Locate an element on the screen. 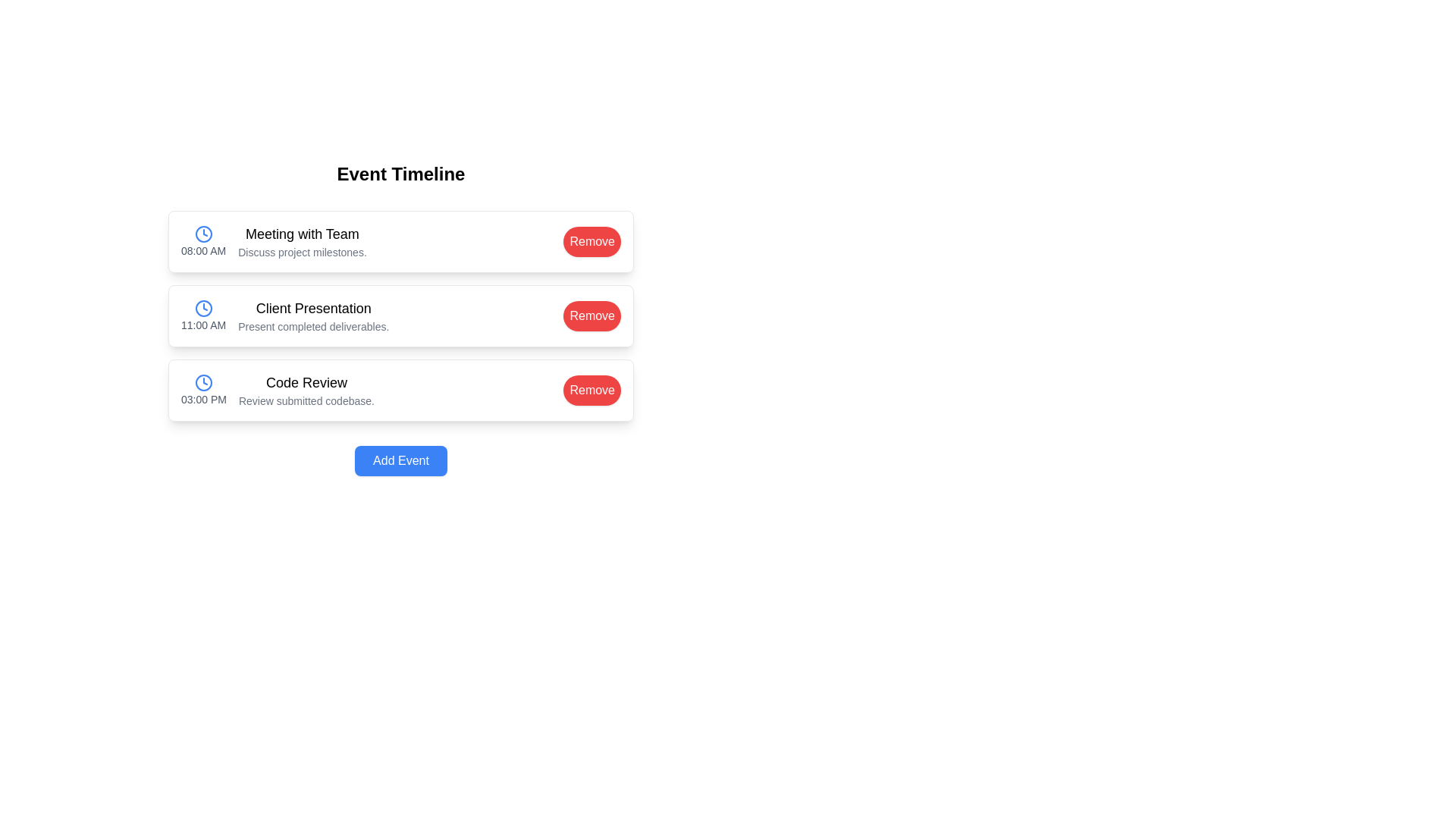 The width and height of the screenshot is (1456, 819). the delete button located on the right side of the first row in the 'Event Timeline' list to change its color is located at coordinates (591, 241).